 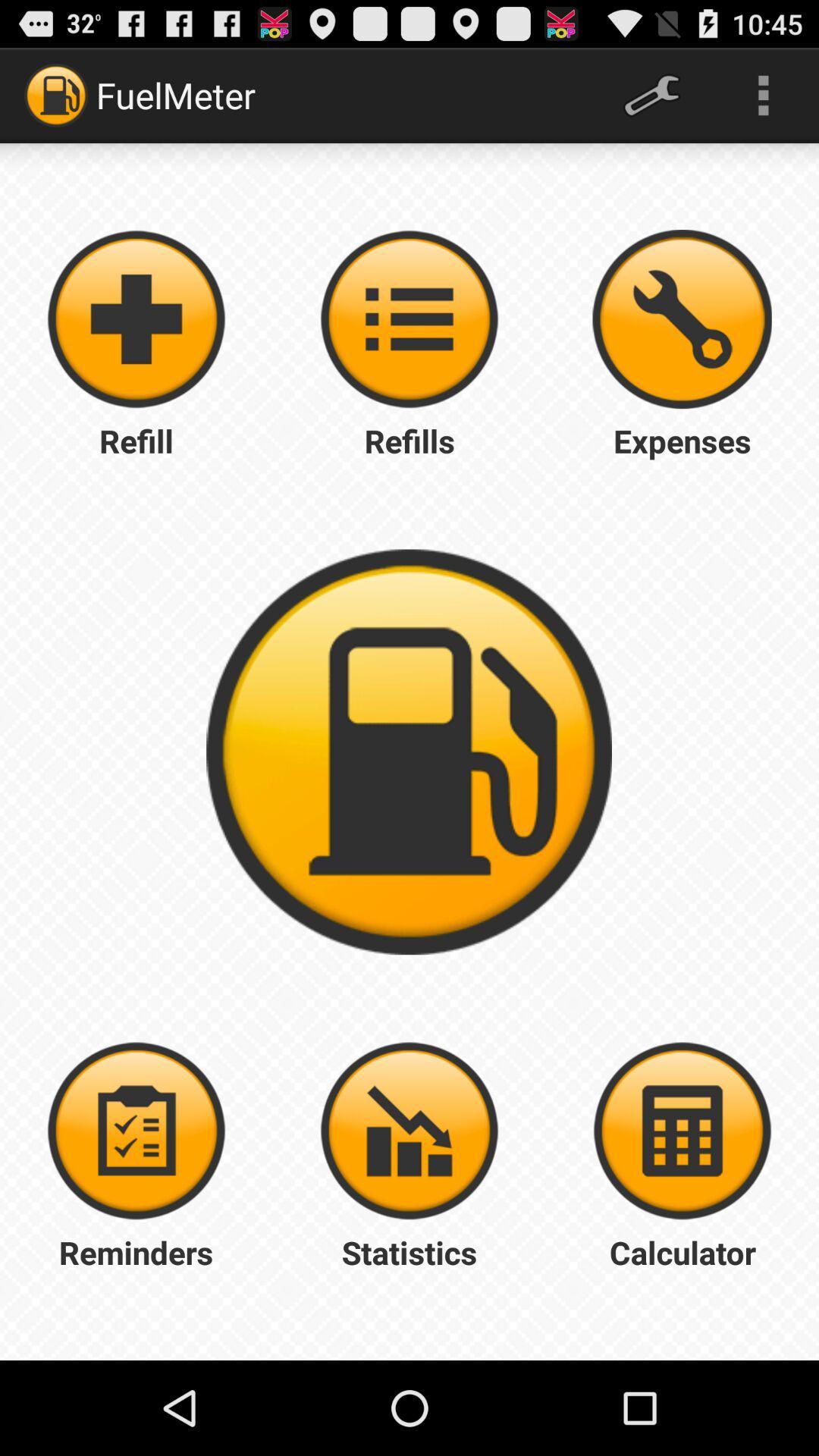 What do you see at coordinates (409, 1131) in the screenshot?
I see `statistics` at bounding box center [409, 1131].